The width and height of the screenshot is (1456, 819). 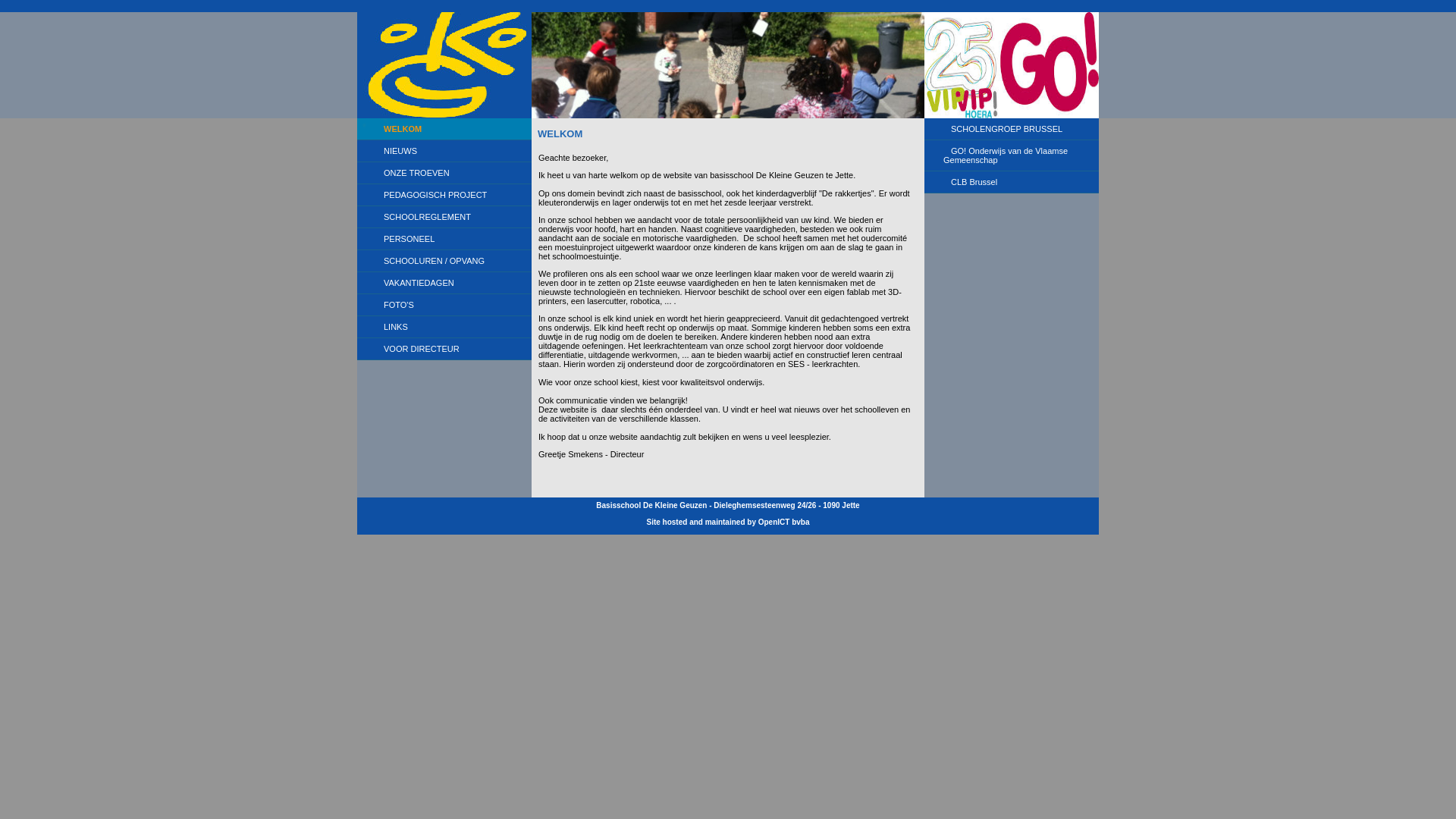 What do you see at coordinates (443, 217) in the screenshot?
I see `'SCHOOLREGLEMENT'` at bounding box center [443, 217].